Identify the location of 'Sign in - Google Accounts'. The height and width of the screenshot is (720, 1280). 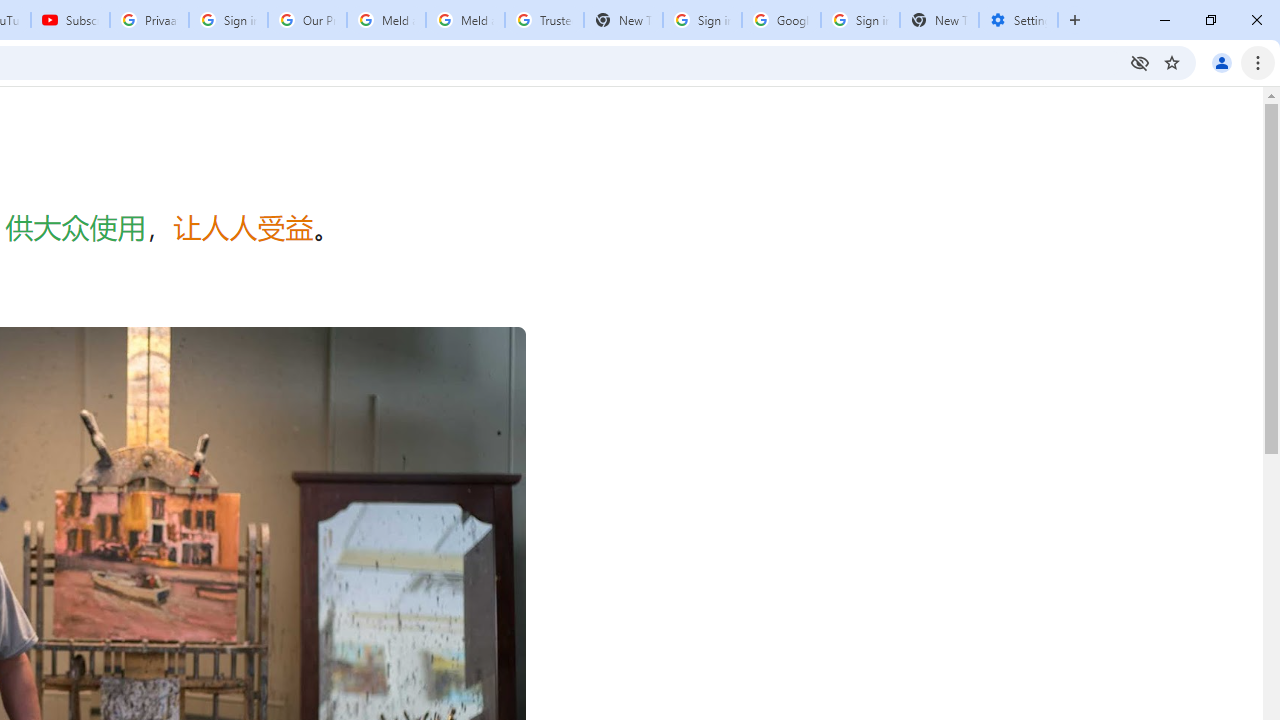
(228, 20).